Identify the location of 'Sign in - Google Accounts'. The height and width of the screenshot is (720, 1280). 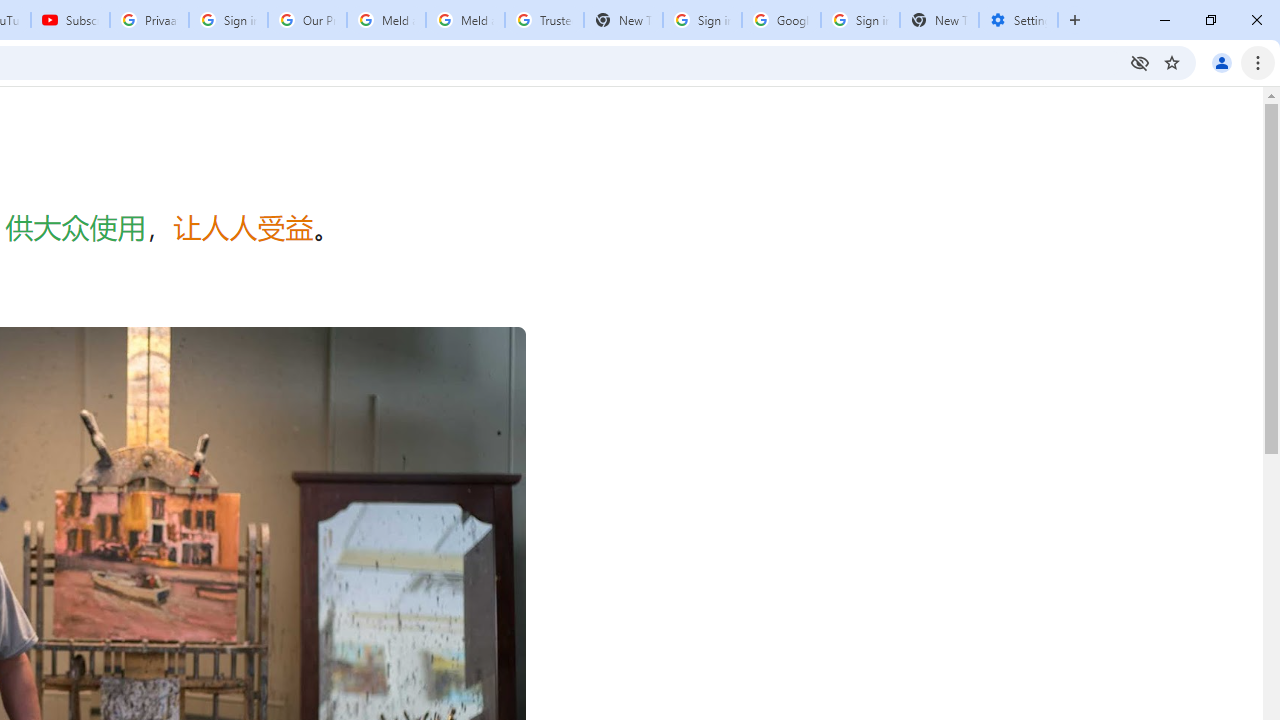
(228, 20).